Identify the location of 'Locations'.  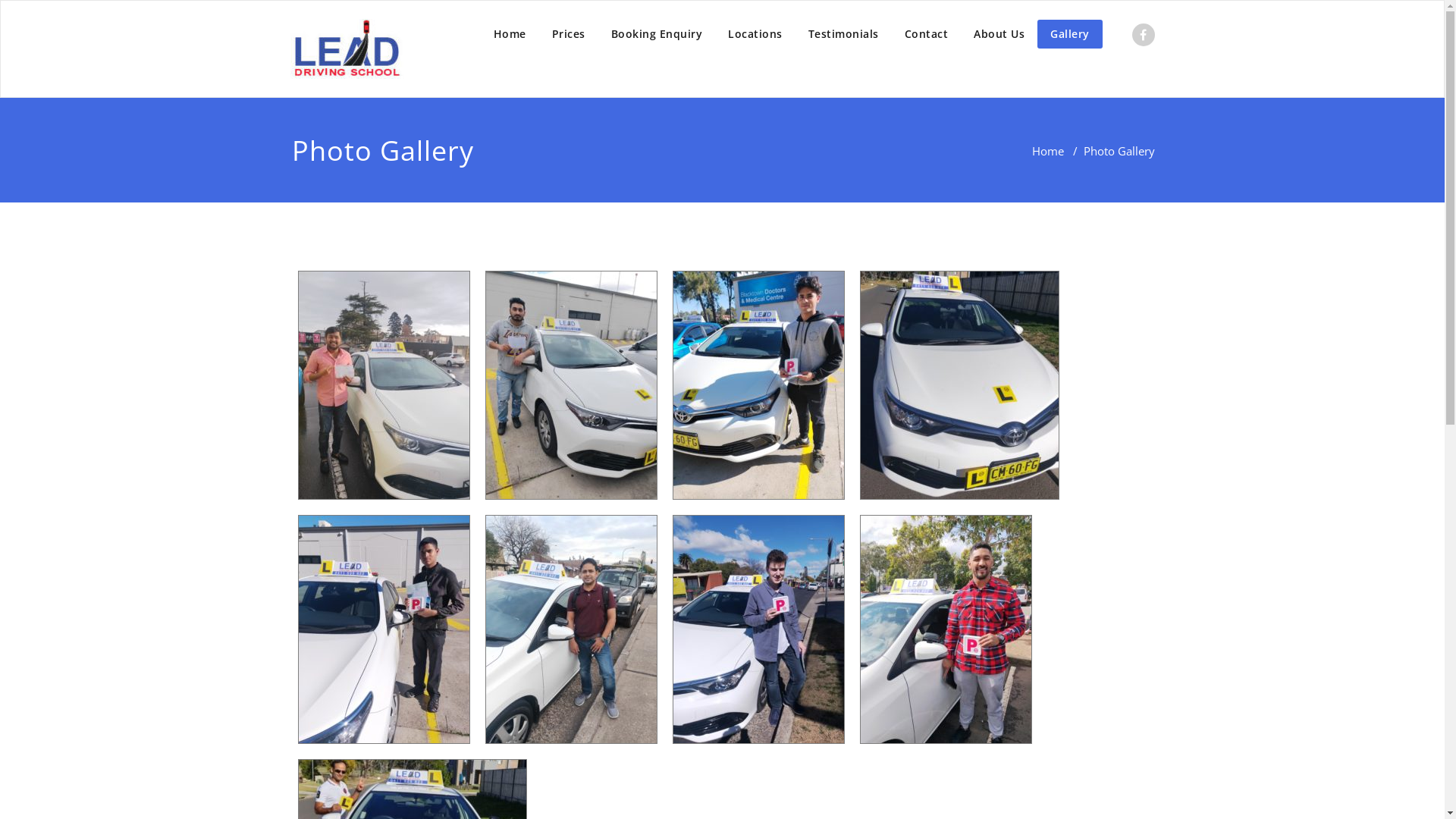
(755, 34).